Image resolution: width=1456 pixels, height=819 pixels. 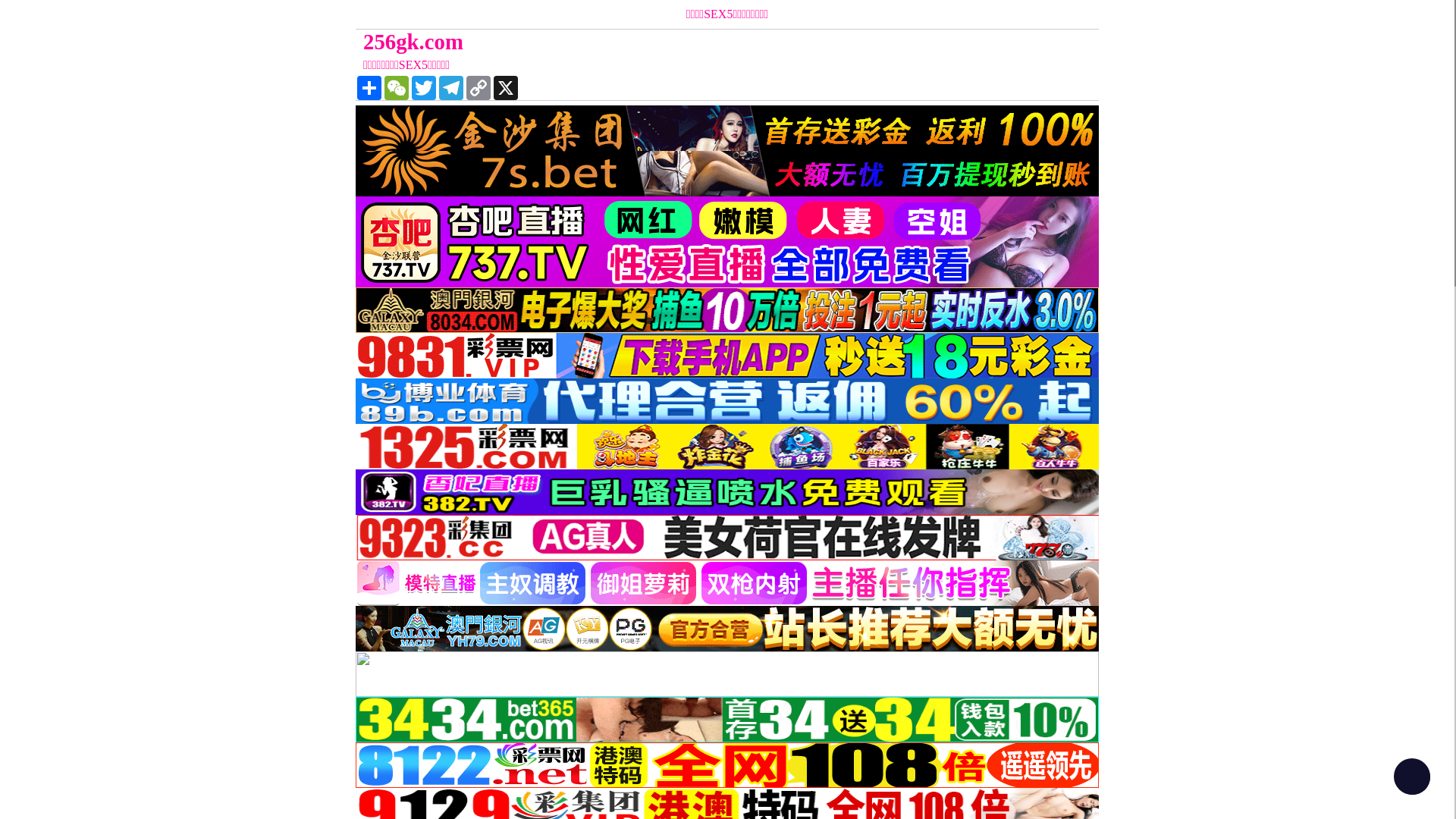 What do you see at coordinates (382, 87) in the screenshot?
I see `'WeChat'` at bounding box center [382, 87].